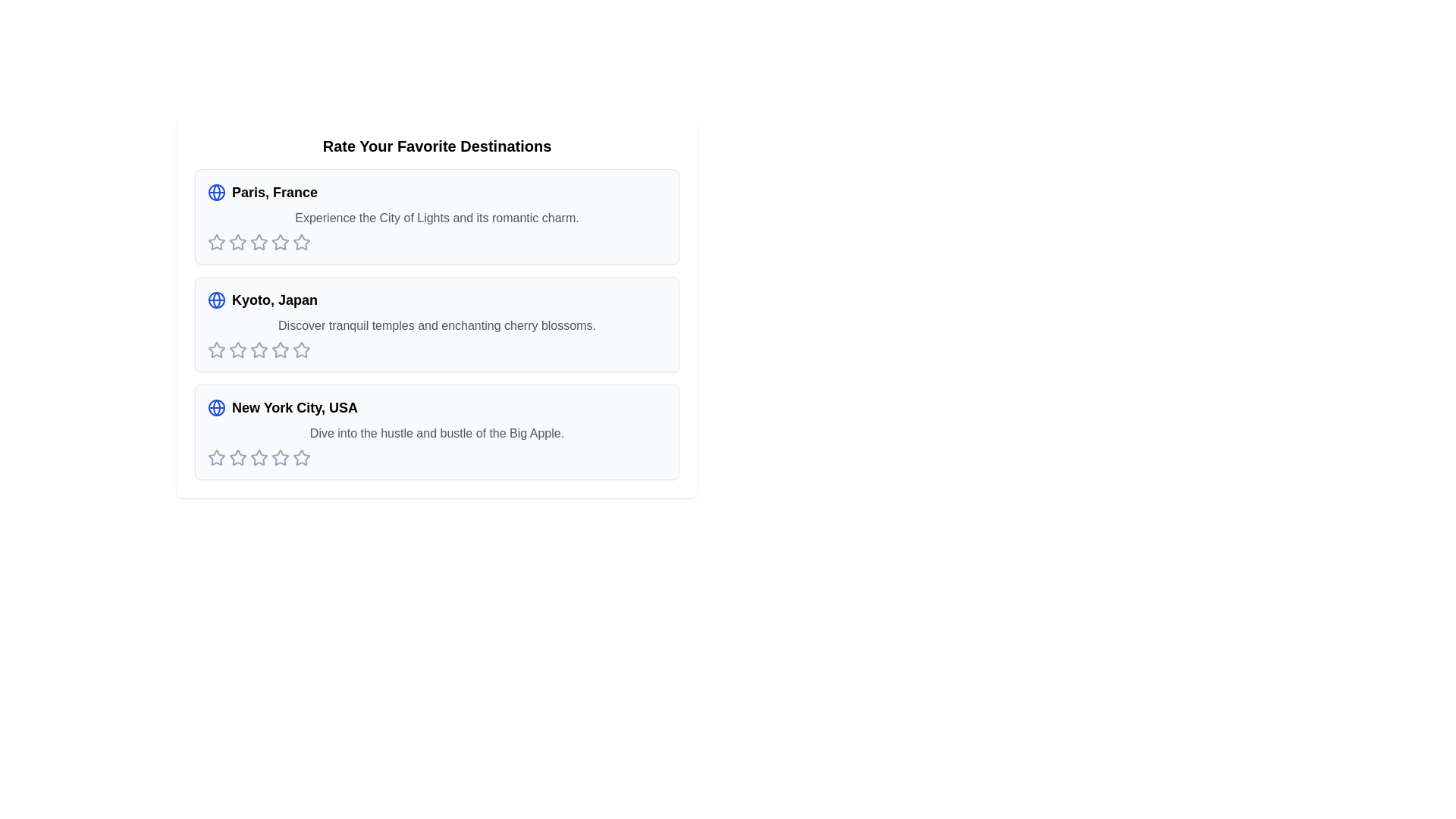 Image resolution: width=1456 pixels, height=819 pixels. What do you see at coordinates (280, 350) in the screenshot?
I see `the second star IconButton under the 'Kyoto, Japan' section of the rating system for keyboard interaction` at bounding box center [280, 350].